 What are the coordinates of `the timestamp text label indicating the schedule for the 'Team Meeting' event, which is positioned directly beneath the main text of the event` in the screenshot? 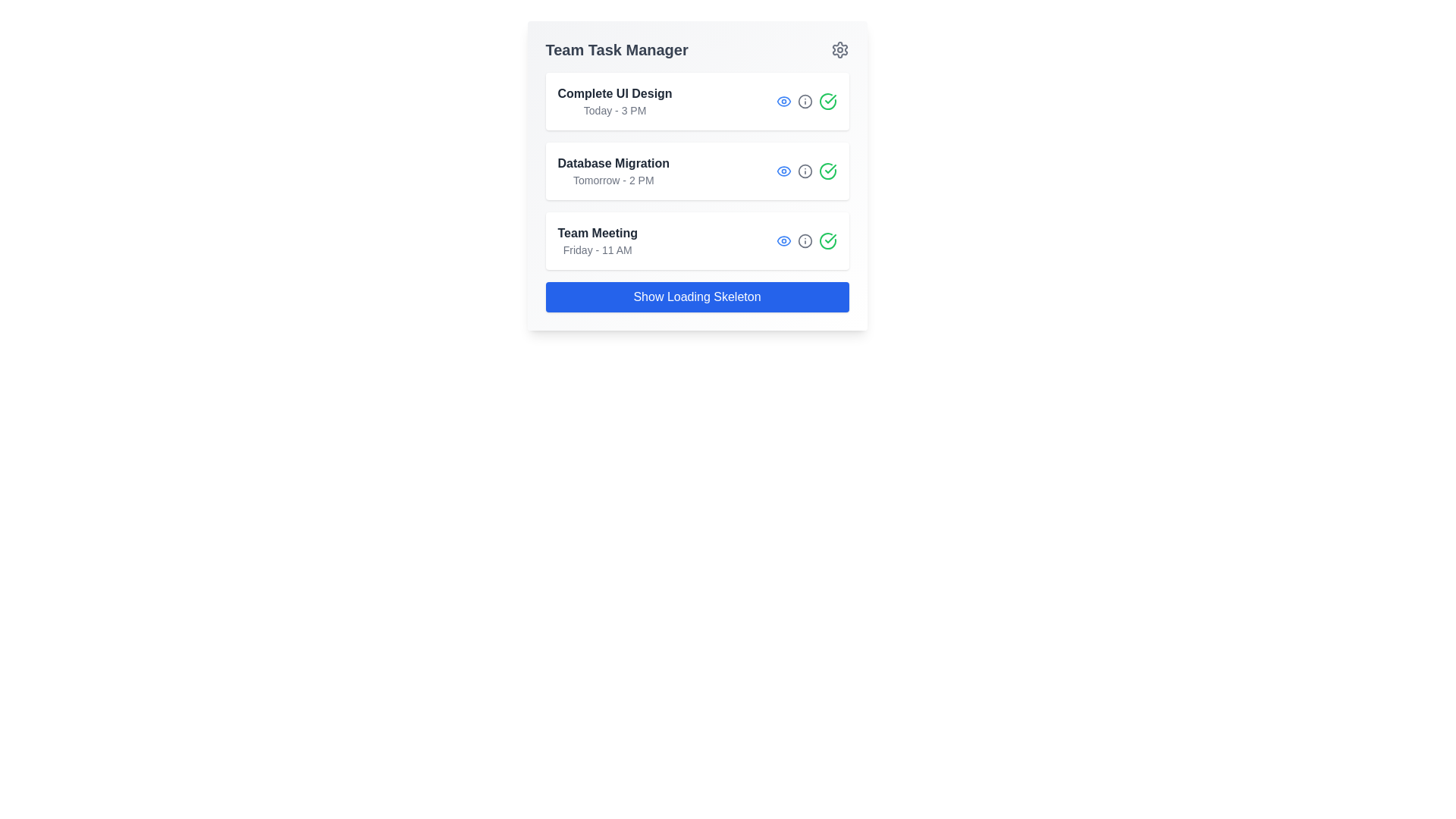 It's located at (597, 249).